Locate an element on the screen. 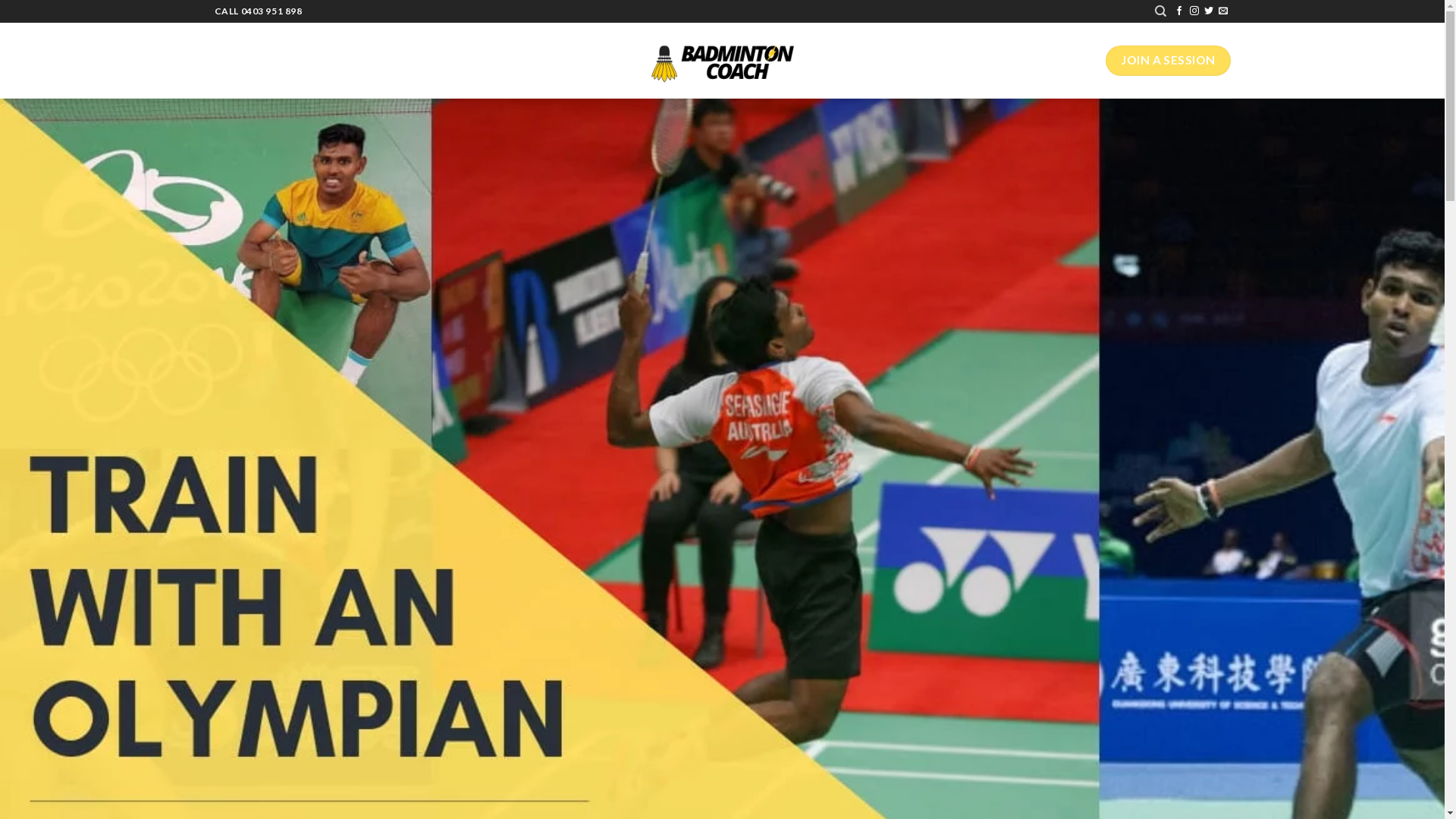 This screenshot has width=1456, height=819. 'Follow on Twitter' is located at coordinates (1207, 11).